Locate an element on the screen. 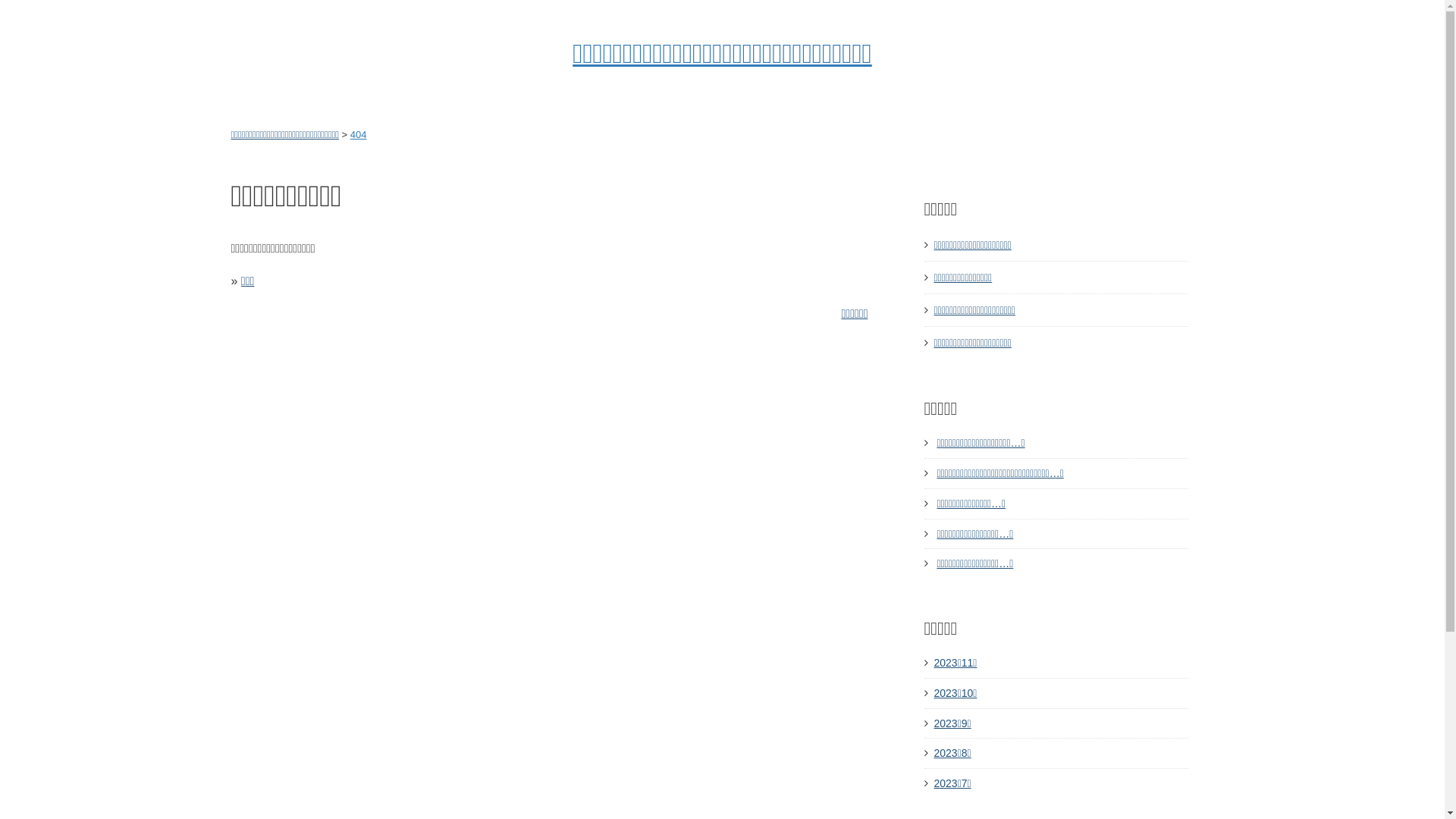  '404' is located at coordinates (349, 133).